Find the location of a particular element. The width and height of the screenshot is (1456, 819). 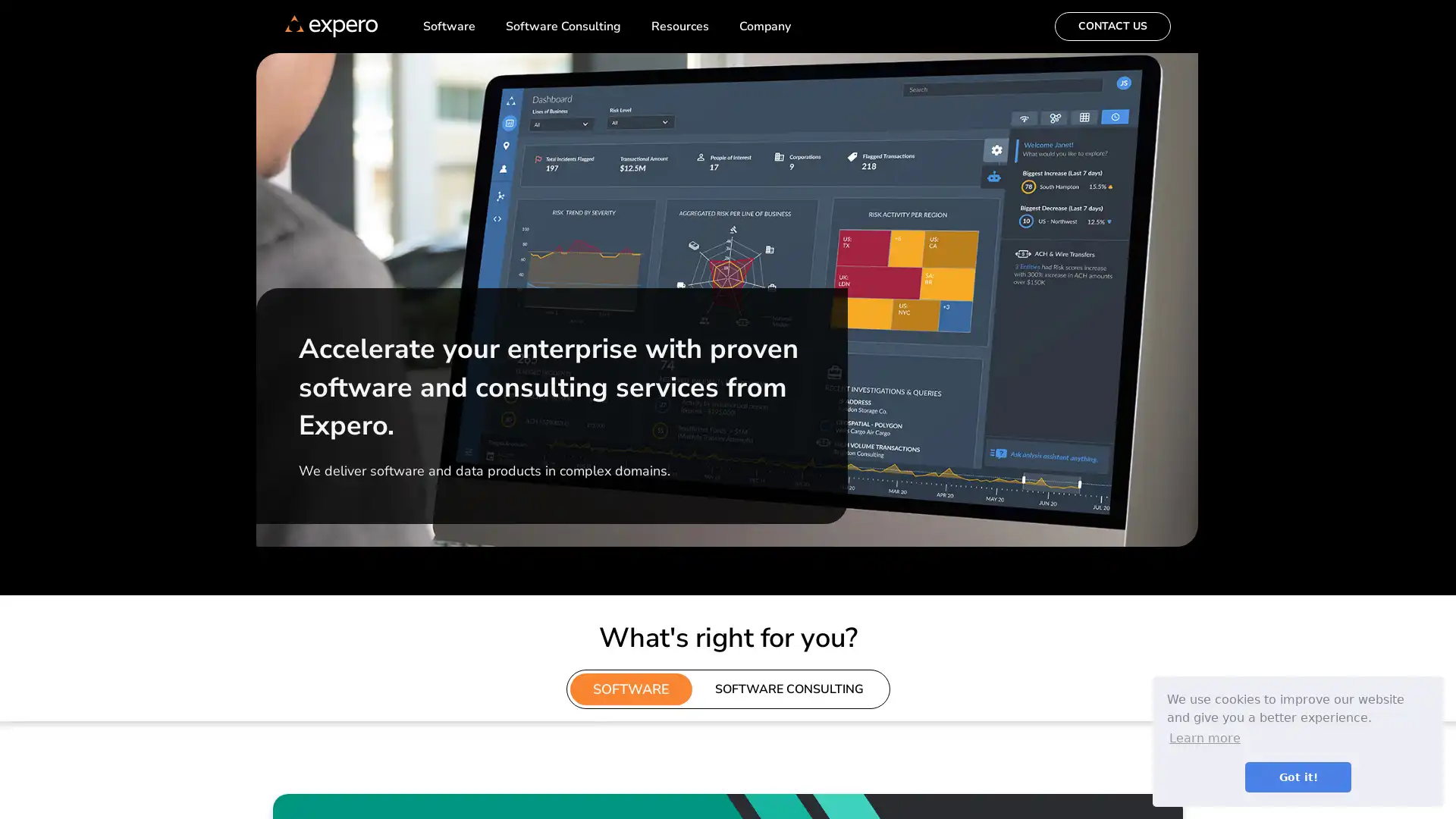

dismiss cookie message is located at coordinates (1298, 777).